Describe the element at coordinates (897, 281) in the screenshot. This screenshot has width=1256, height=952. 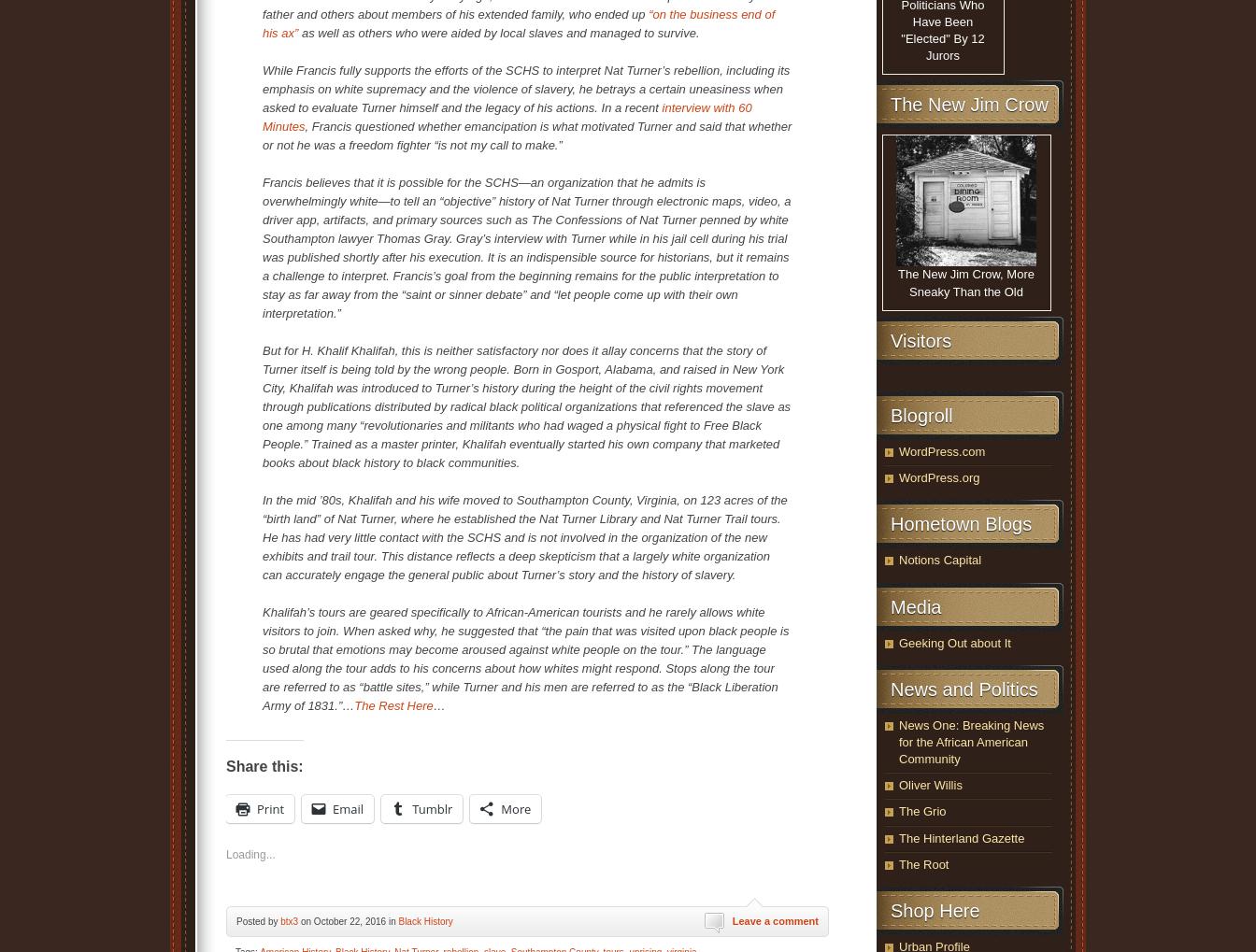
I see `'The New Jim Crow, More Sneaky Than the Old'` at that location.